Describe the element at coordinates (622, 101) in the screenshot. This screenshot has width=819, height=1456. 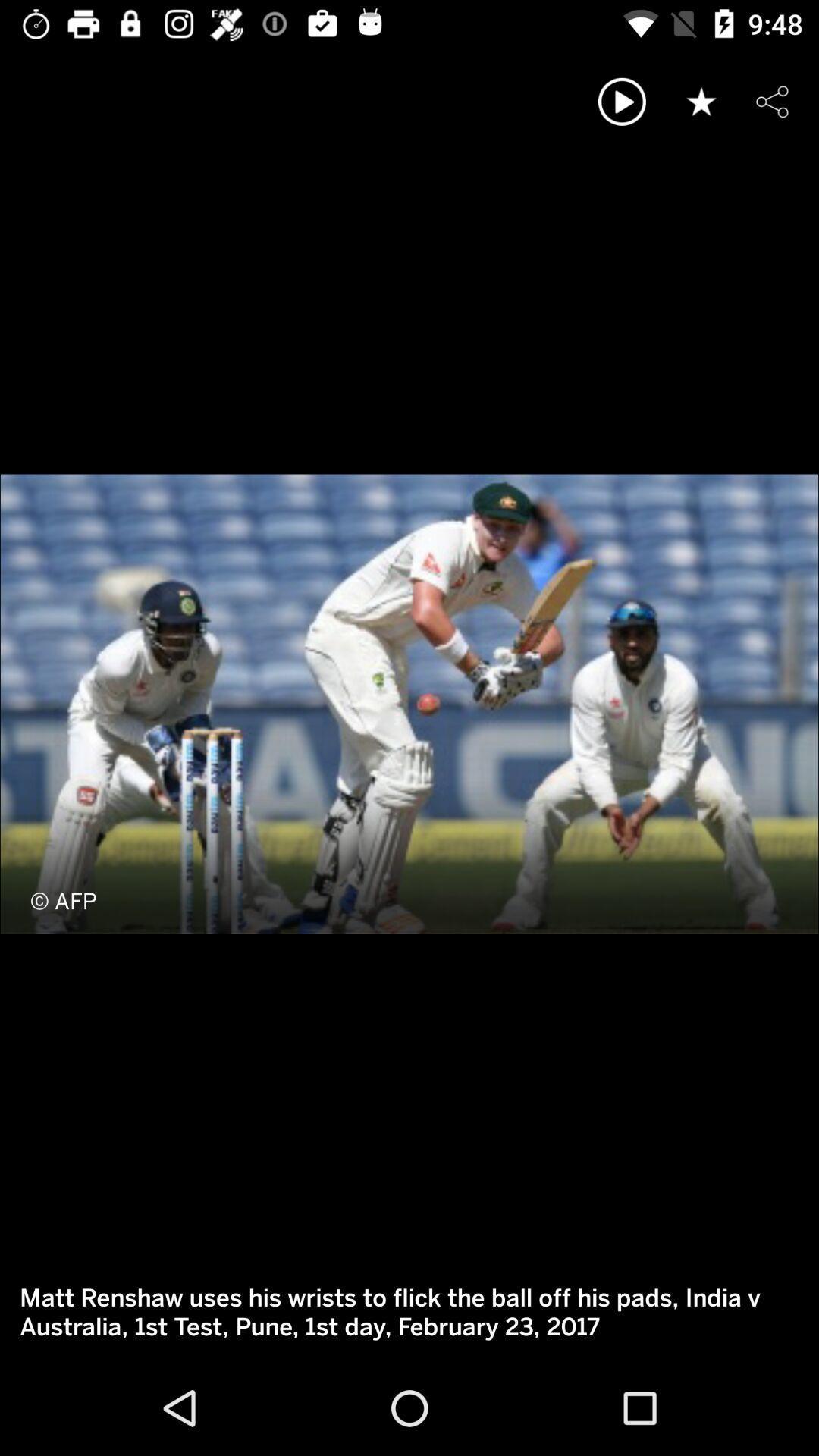
I see `video` at that location.